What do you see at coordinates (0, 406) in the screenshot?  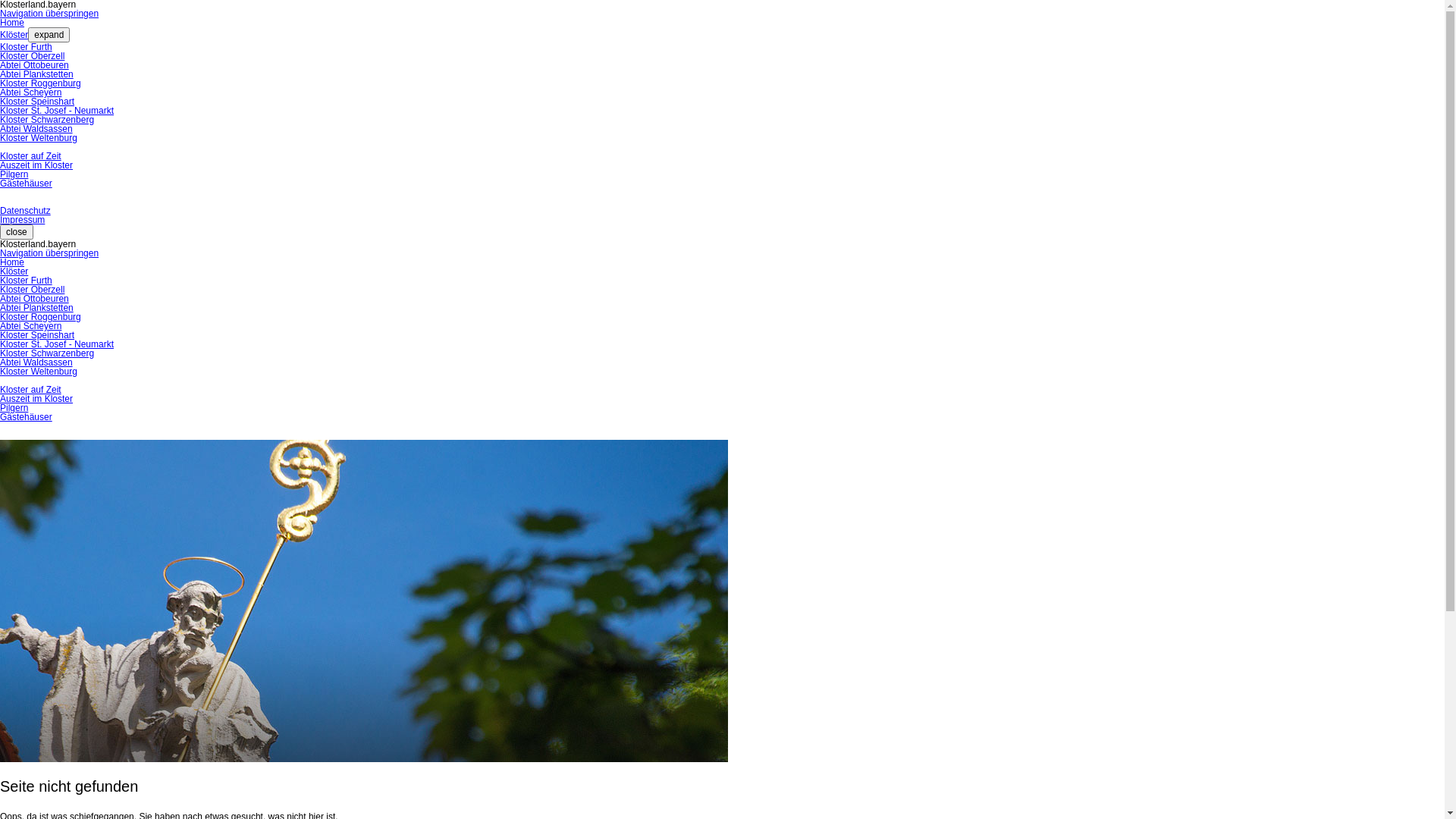 I see `'Pilgern'` at bounding box center [0, 406].